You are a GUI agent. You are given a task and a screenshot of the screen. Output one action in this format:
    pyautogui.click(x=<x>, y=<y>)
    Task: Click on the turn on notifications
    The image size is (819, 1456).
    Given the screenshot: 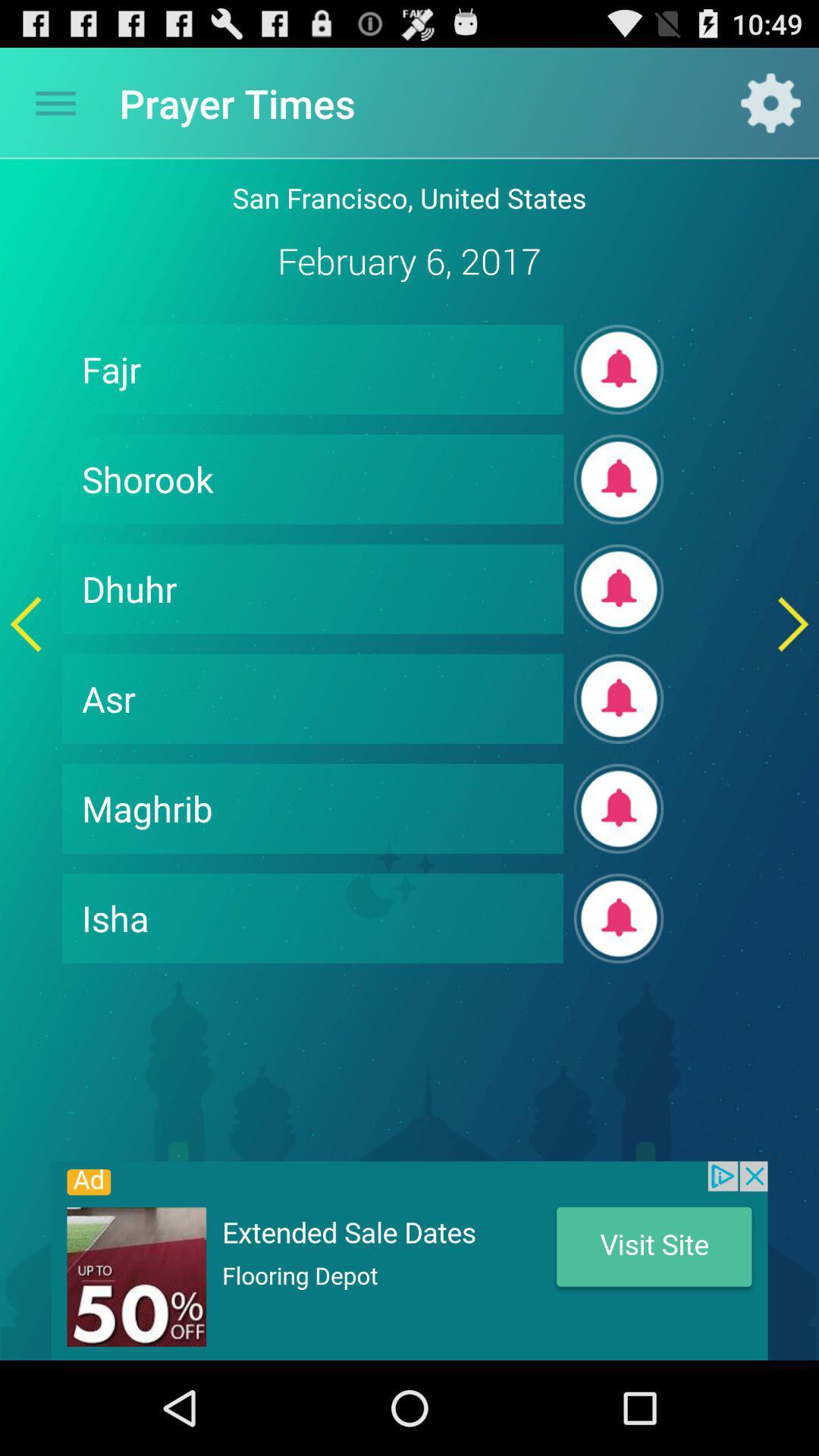 What is the action you would take?
    pyautogui.click(x=619, y=808)
    